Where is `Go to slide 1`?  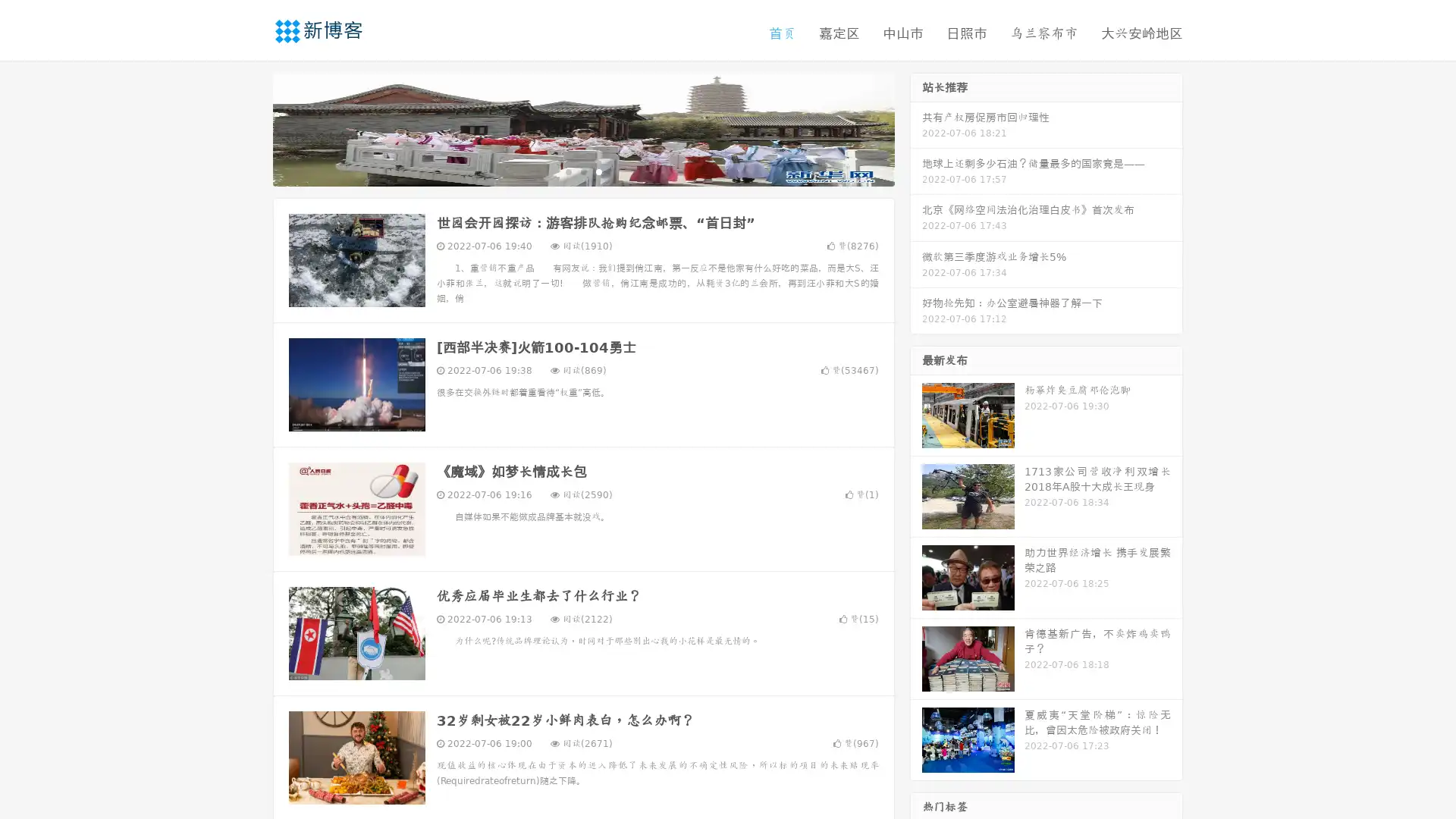 Go to slide 1 is located at coordinates (567, 171).